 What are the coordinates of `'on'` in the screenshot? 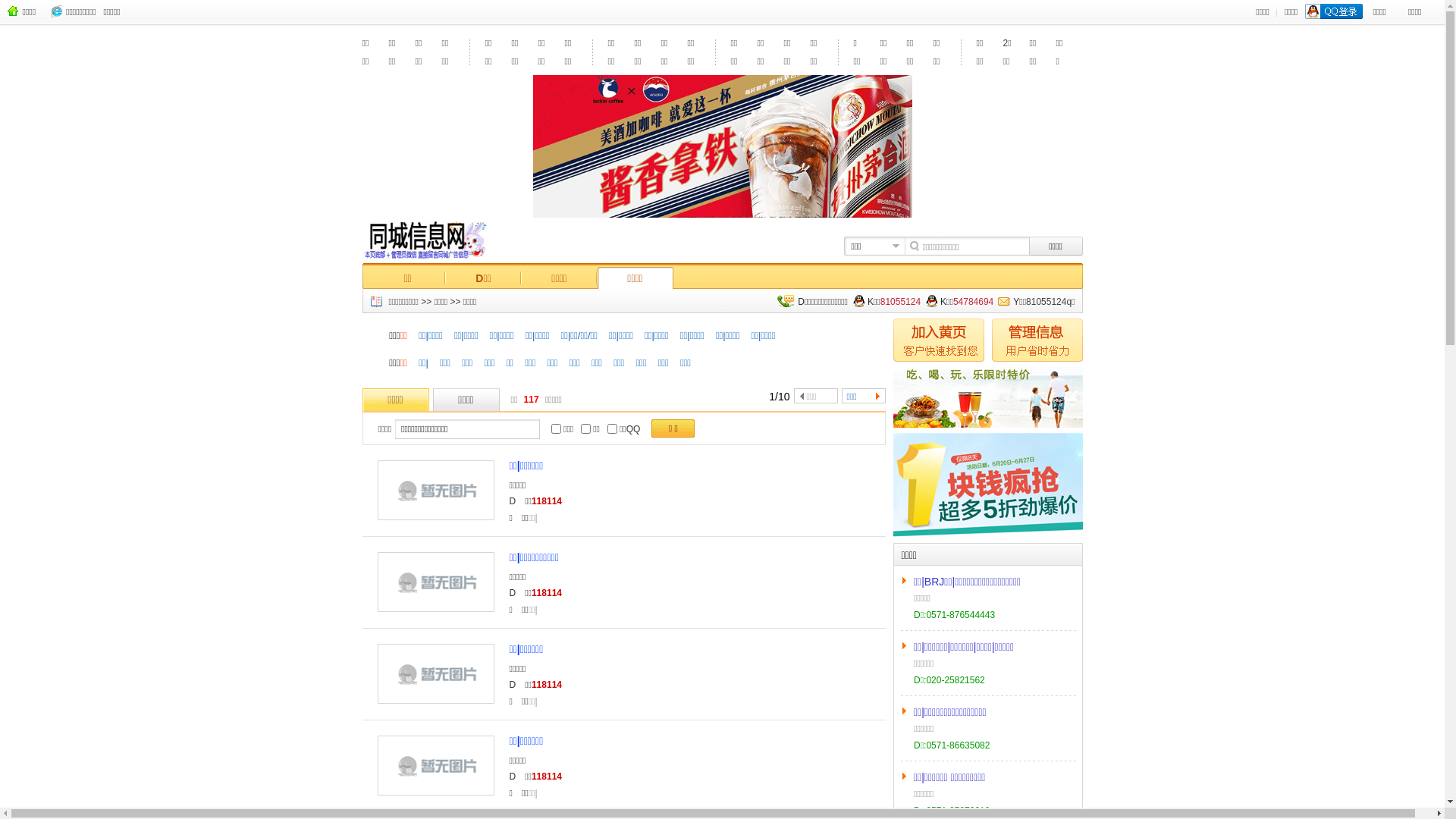 It's located at (612, 456).